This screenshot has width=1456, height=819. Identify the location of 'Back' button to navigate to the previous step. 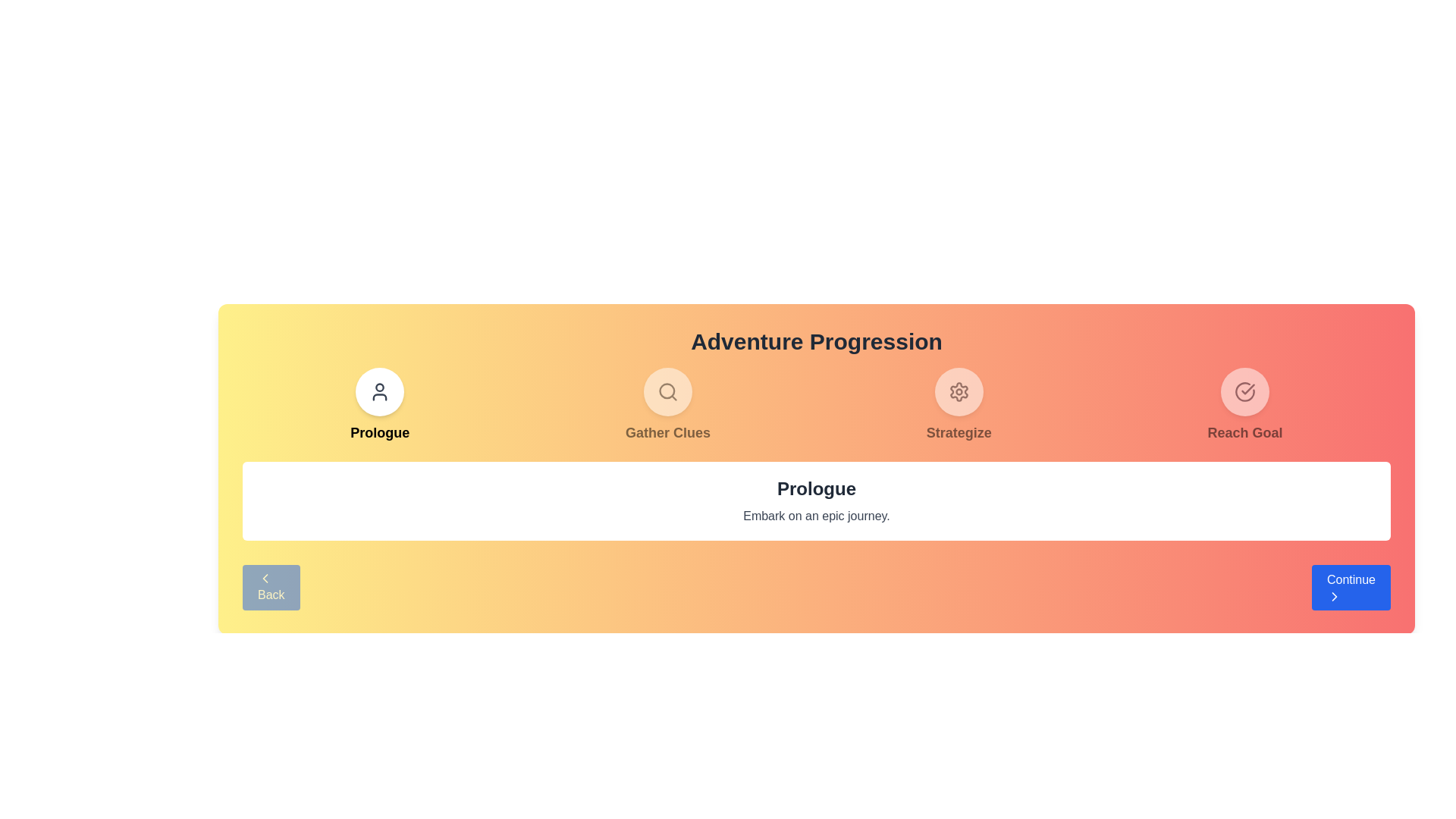
(270, 587).